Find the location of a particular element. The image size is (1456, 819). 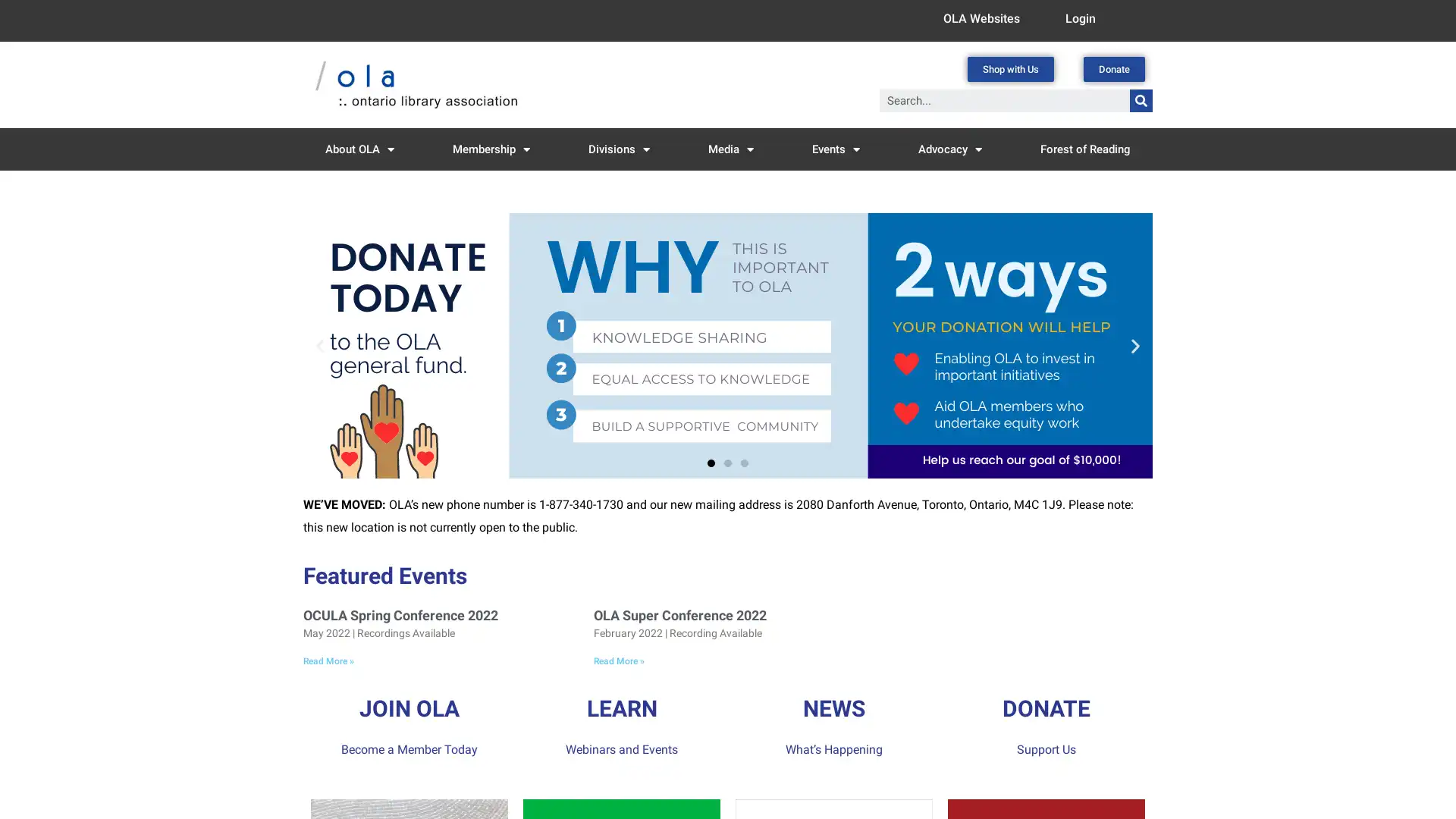

Next slide is located at coordinates (1135, 345).